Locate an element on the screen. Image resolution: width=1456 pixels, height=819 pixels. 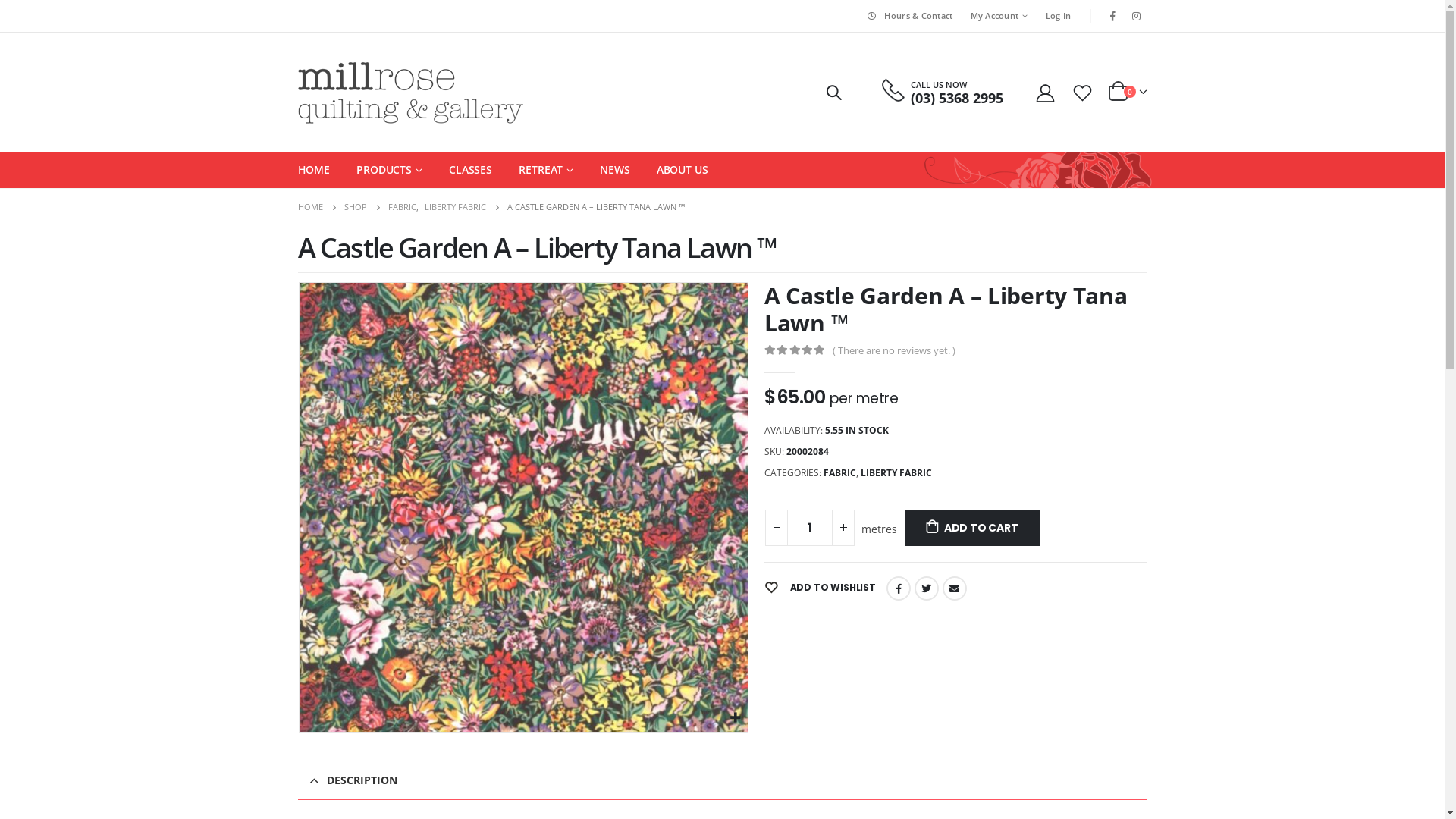
'Instagram' is located at coordinates (1136, 15).